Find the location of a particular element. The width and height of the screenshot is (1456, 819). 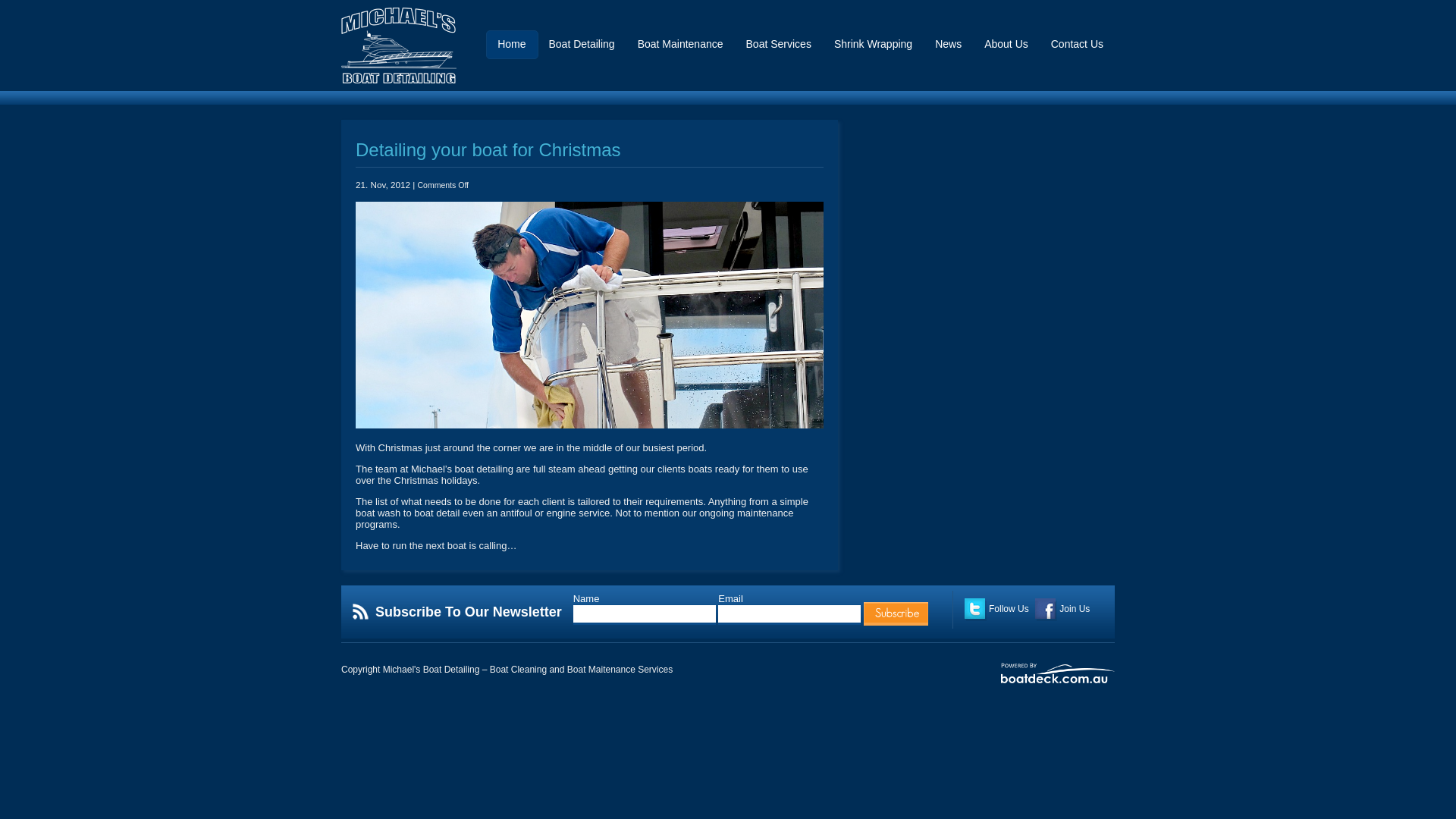

'Contact Us' is located at coordinates (1050, 49).